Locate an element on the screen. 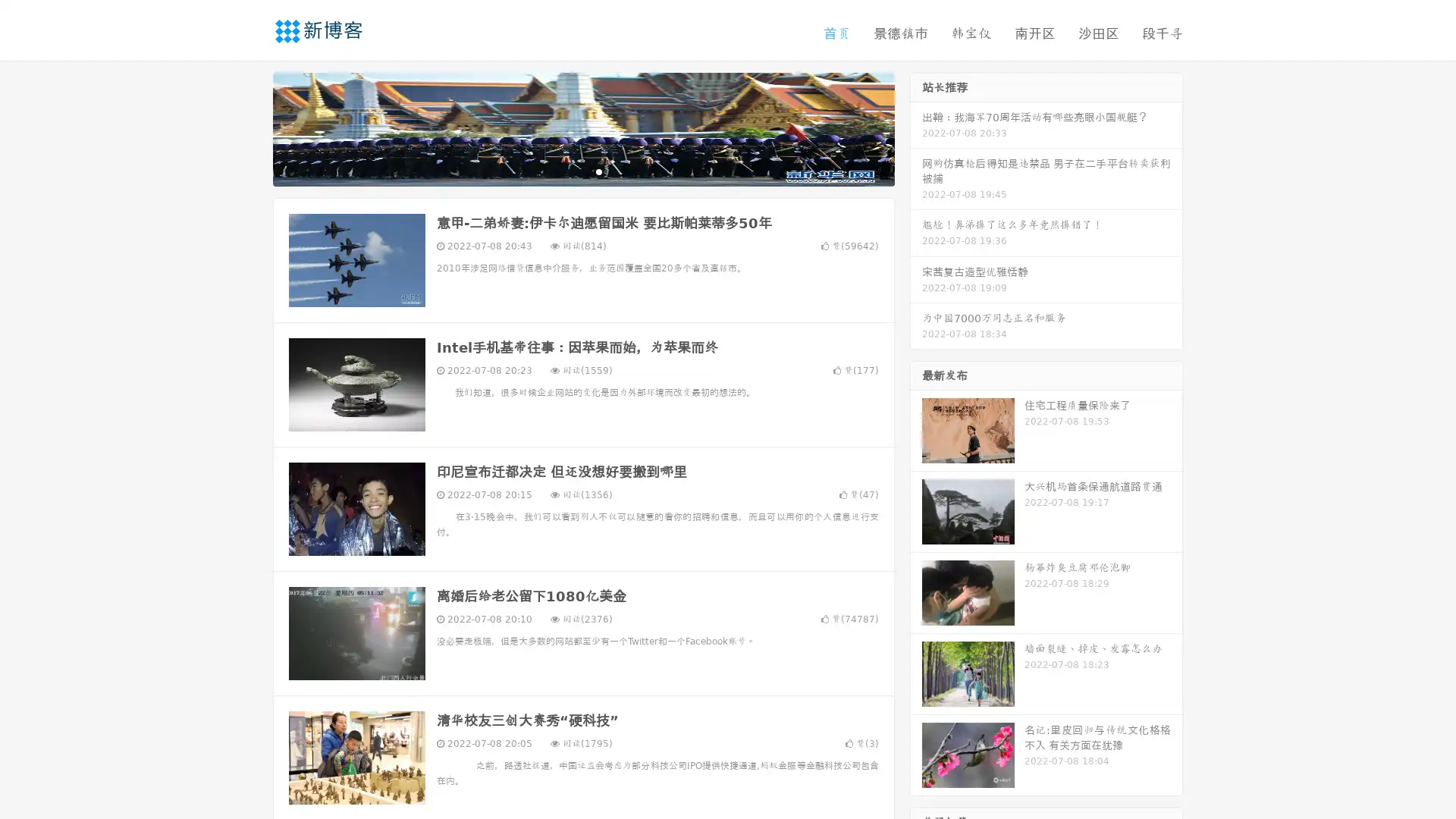 The width and height of the screenshot is (1456, 819). Go to slide 3 is located at coordinates (598, 171).